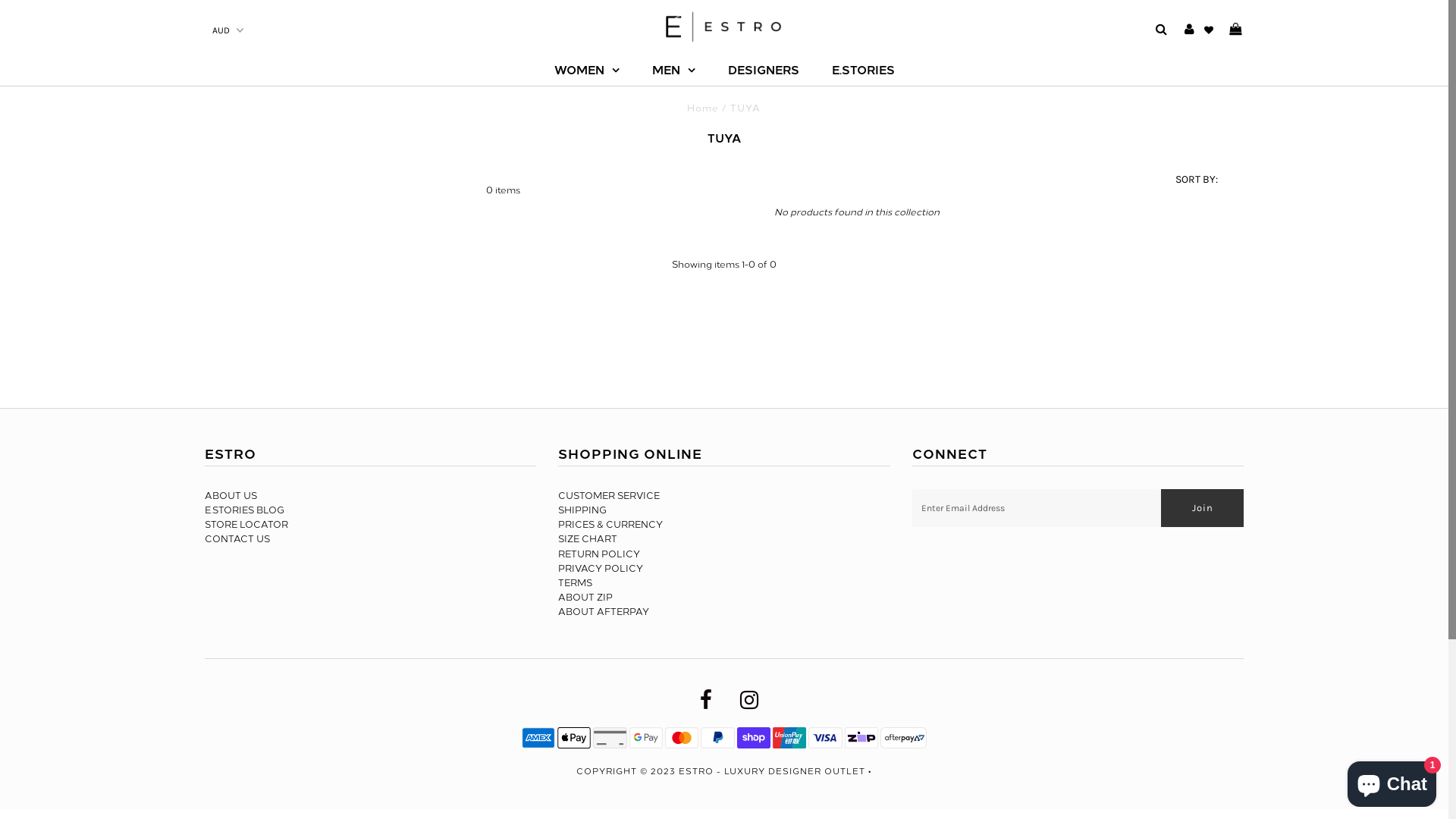  Describe the element at coordinates (701, 107) in the screenshot. I see `'Home'` at that location.